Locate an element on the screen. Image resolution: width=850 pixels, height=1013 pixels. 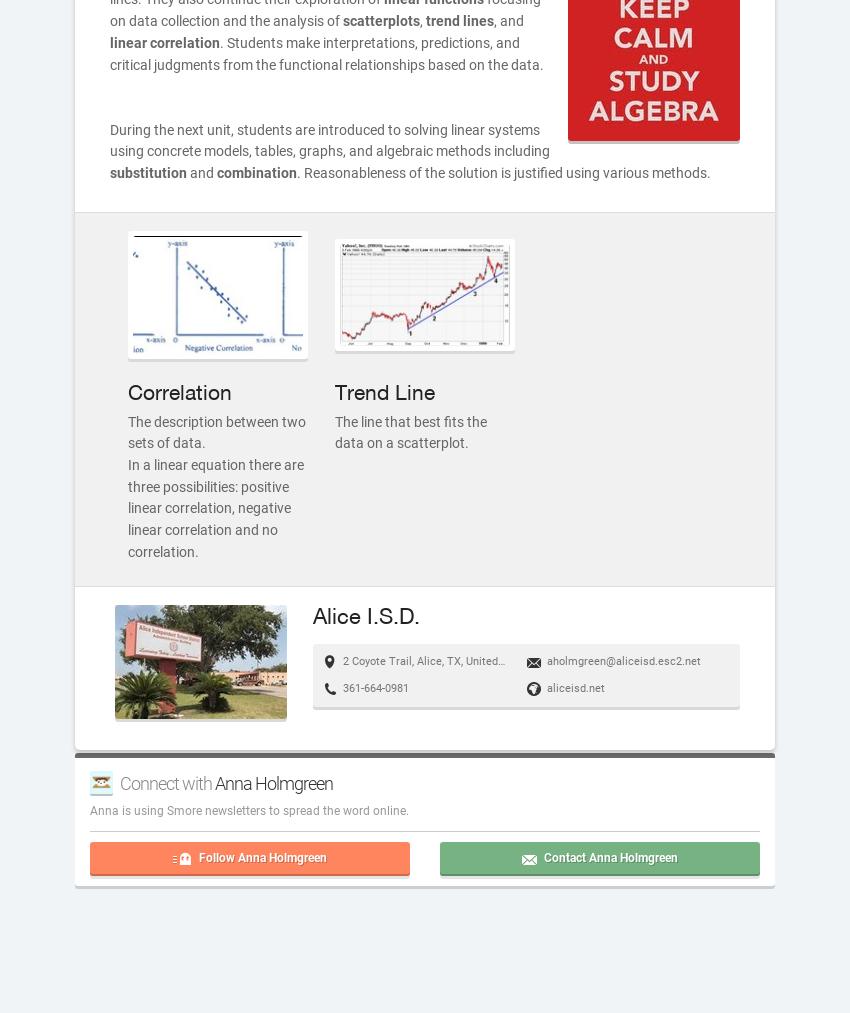
'The description between two sets of data.' is located at coordinates (217, 431).